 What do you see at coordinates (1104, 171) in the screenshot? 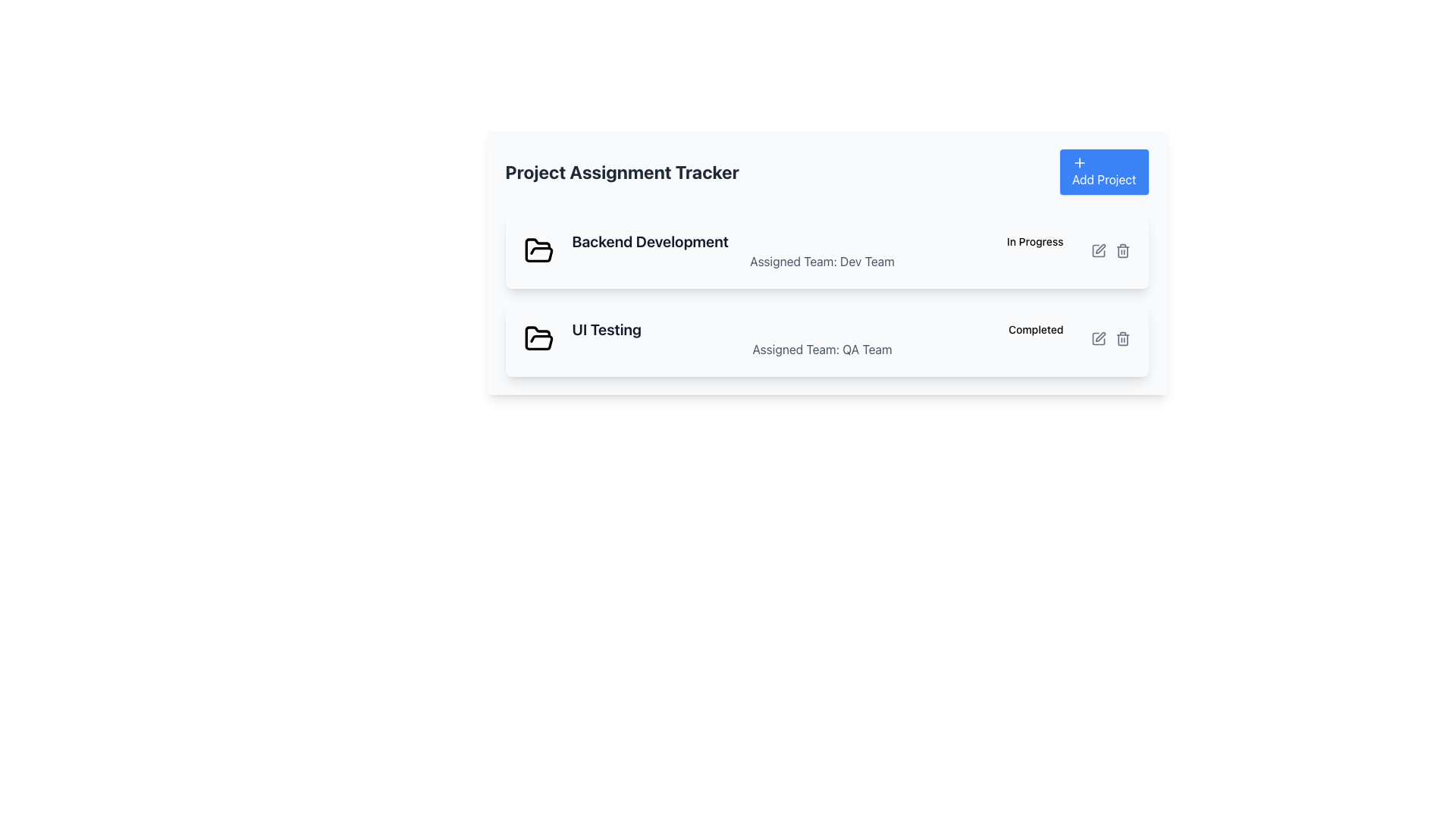
I see `the 'Add Project' button located at the top-right corner of the 'Project Assignment Tracker' header` at bounding box center [1104, 171].